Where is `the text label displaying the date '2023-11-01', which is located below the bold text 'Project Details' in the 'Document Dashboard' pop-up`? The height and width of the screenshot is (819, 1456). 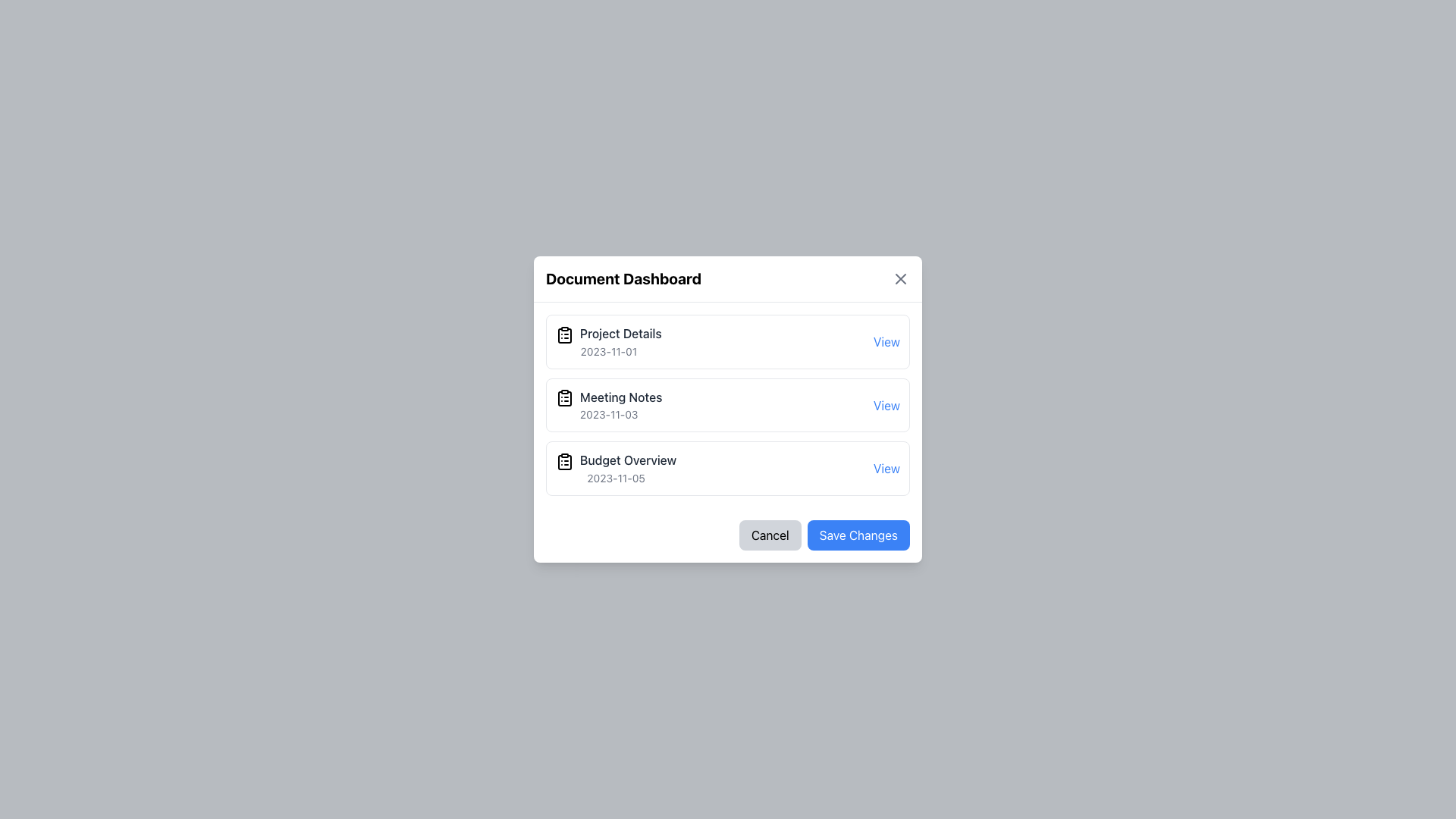
the text label displaying the date '2023-11-01', which is located below the bold text 'Project Details' in the 'Document Dashboard' pop-up is located at coordinates (608, 351).